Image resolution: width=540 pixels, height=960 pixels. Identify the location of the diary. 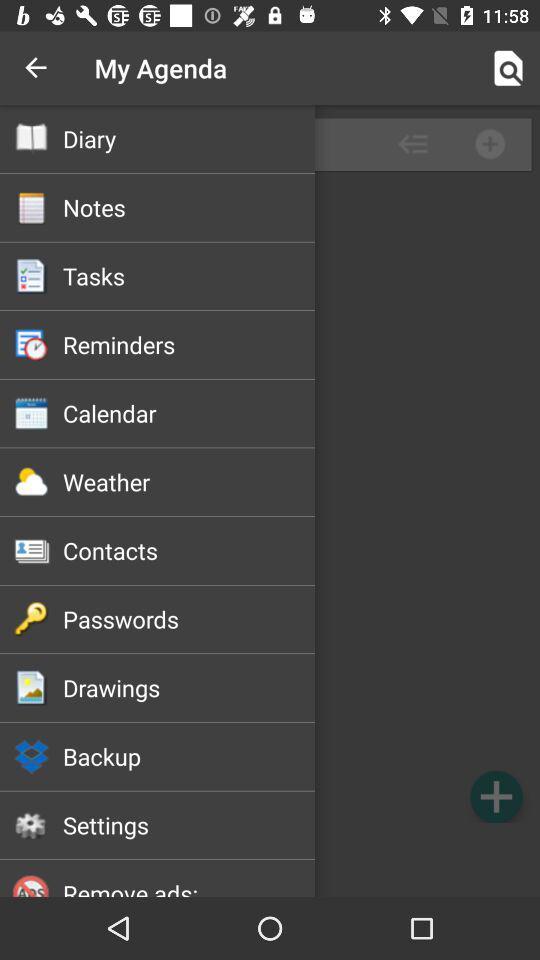
(189, 137).